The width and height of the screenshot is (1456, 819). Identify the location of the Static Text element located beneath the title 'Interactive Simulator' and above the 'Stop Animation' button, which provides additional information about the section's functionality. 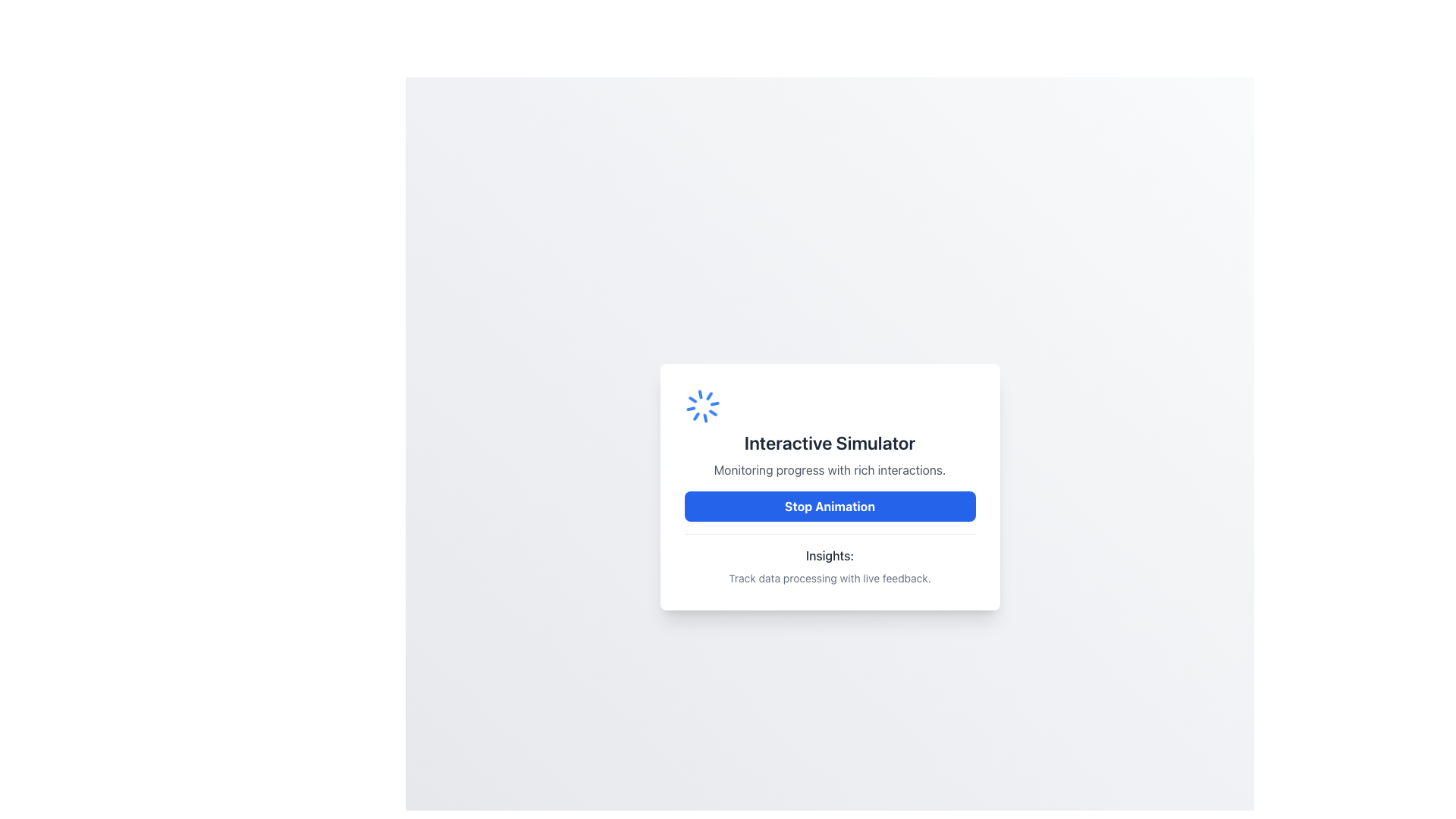
(829, 469).